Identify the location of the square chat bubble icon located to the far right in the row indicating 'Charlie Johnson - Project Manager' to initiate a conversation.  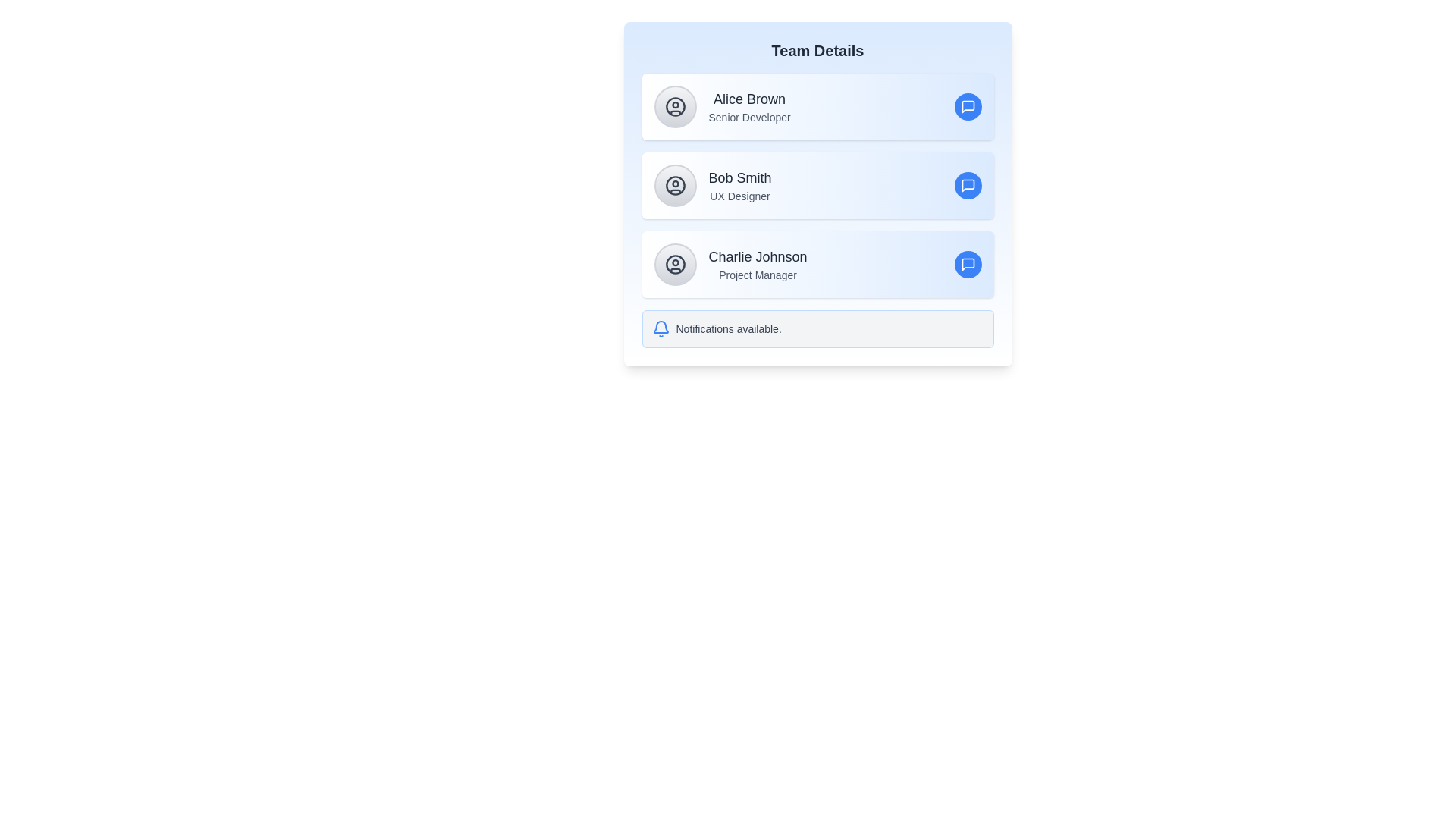
(967, 263).